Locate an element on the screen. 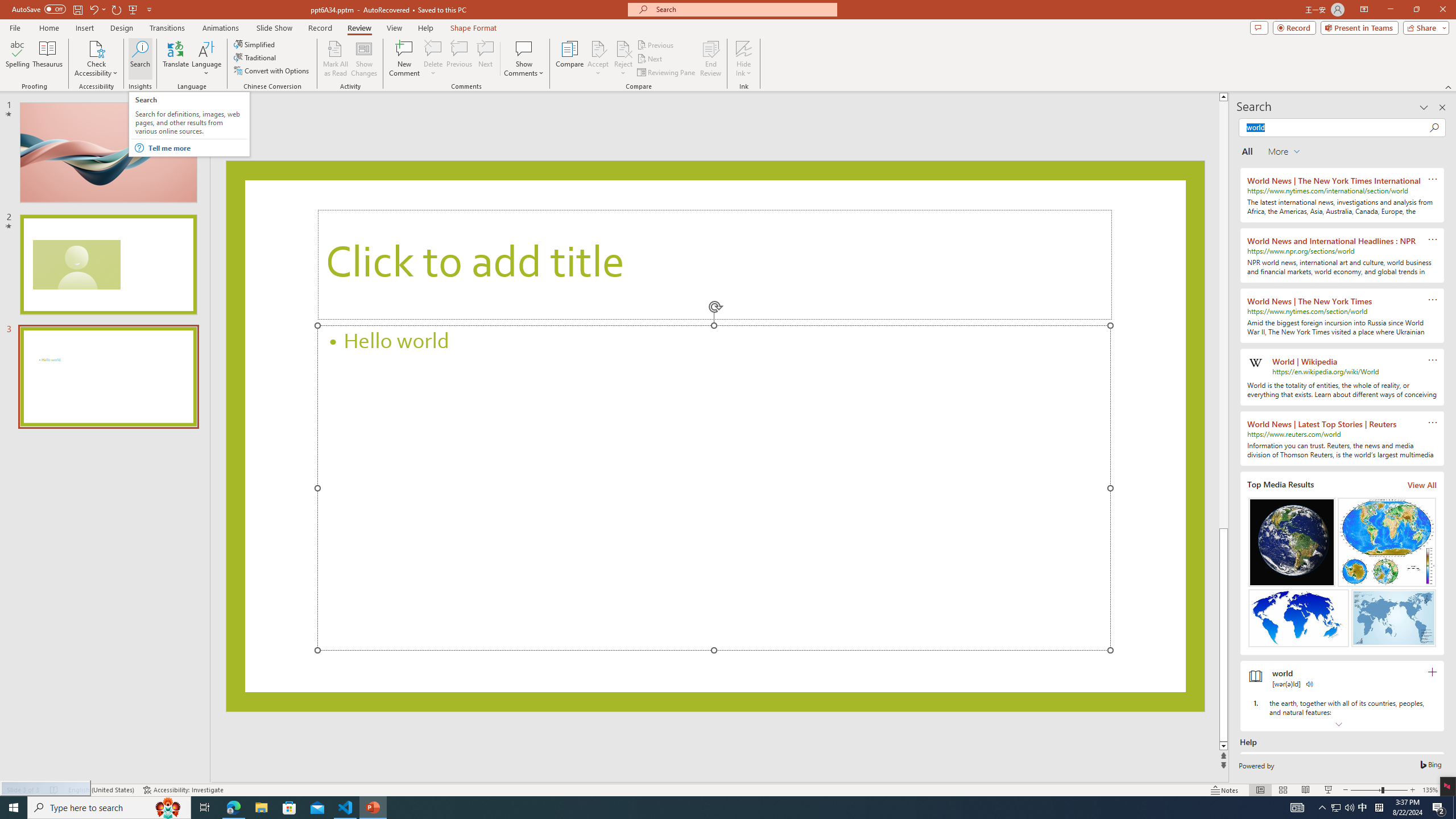 Image resolution: width=1456 pixels, height=819 pixels. 'Language' is located at coordinates (206, 59).